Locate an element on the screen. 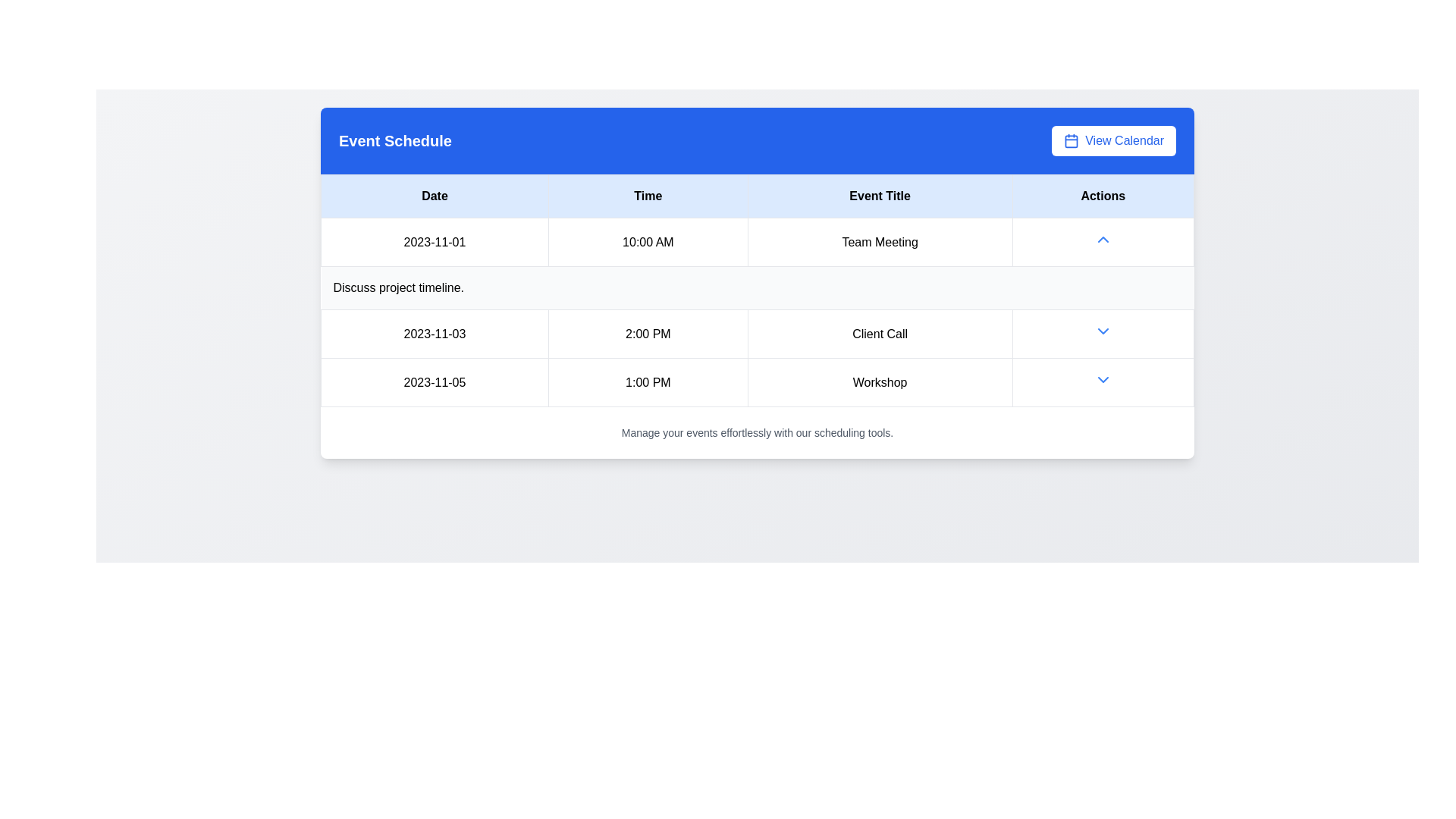  the third row of the event schedule table is located at coordinates (757, 381).